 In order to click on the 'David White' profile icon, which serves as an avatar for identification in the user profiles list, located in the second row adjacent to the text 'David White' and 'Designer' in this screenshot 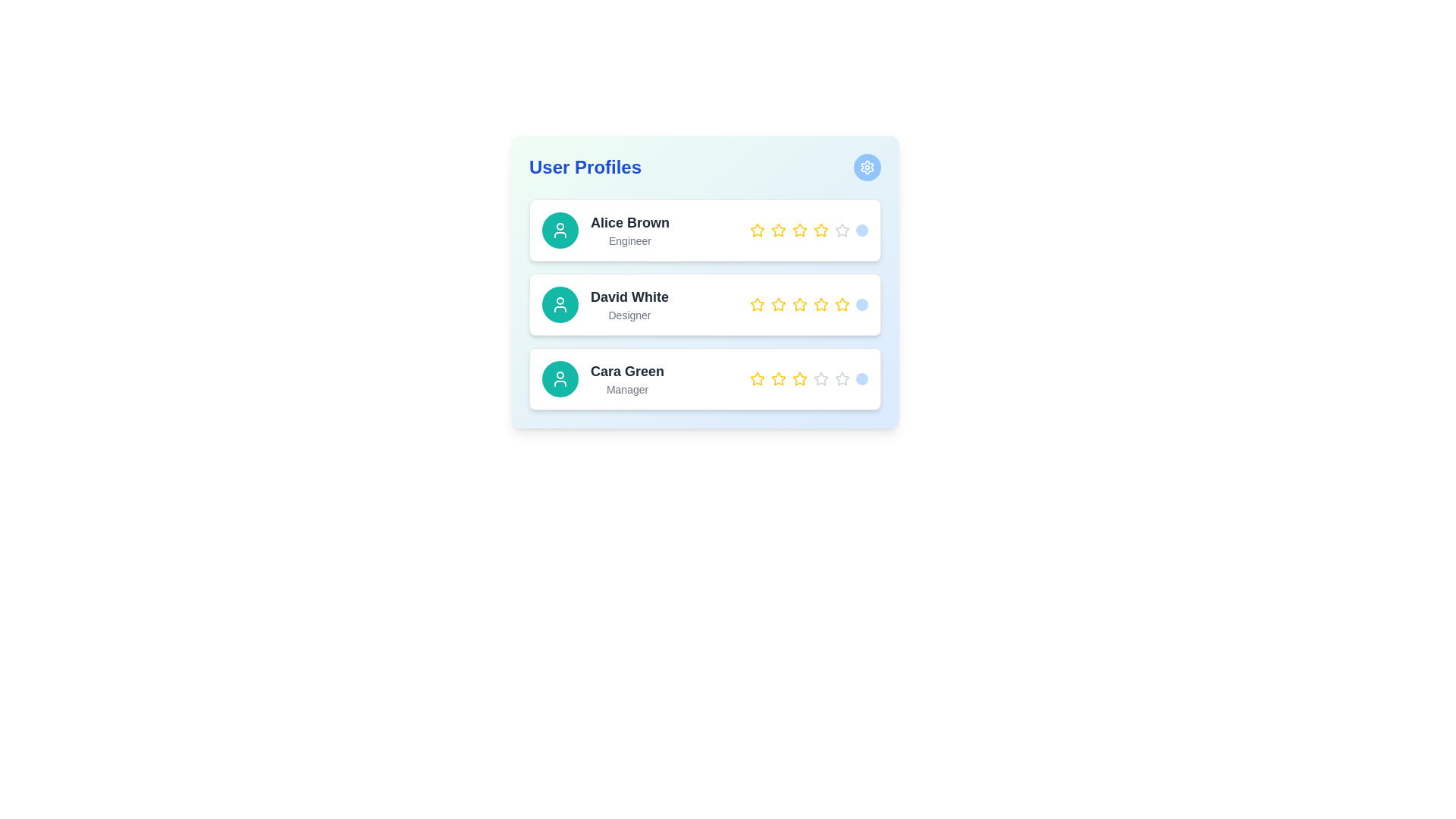, I will do `click(560, 304)`.